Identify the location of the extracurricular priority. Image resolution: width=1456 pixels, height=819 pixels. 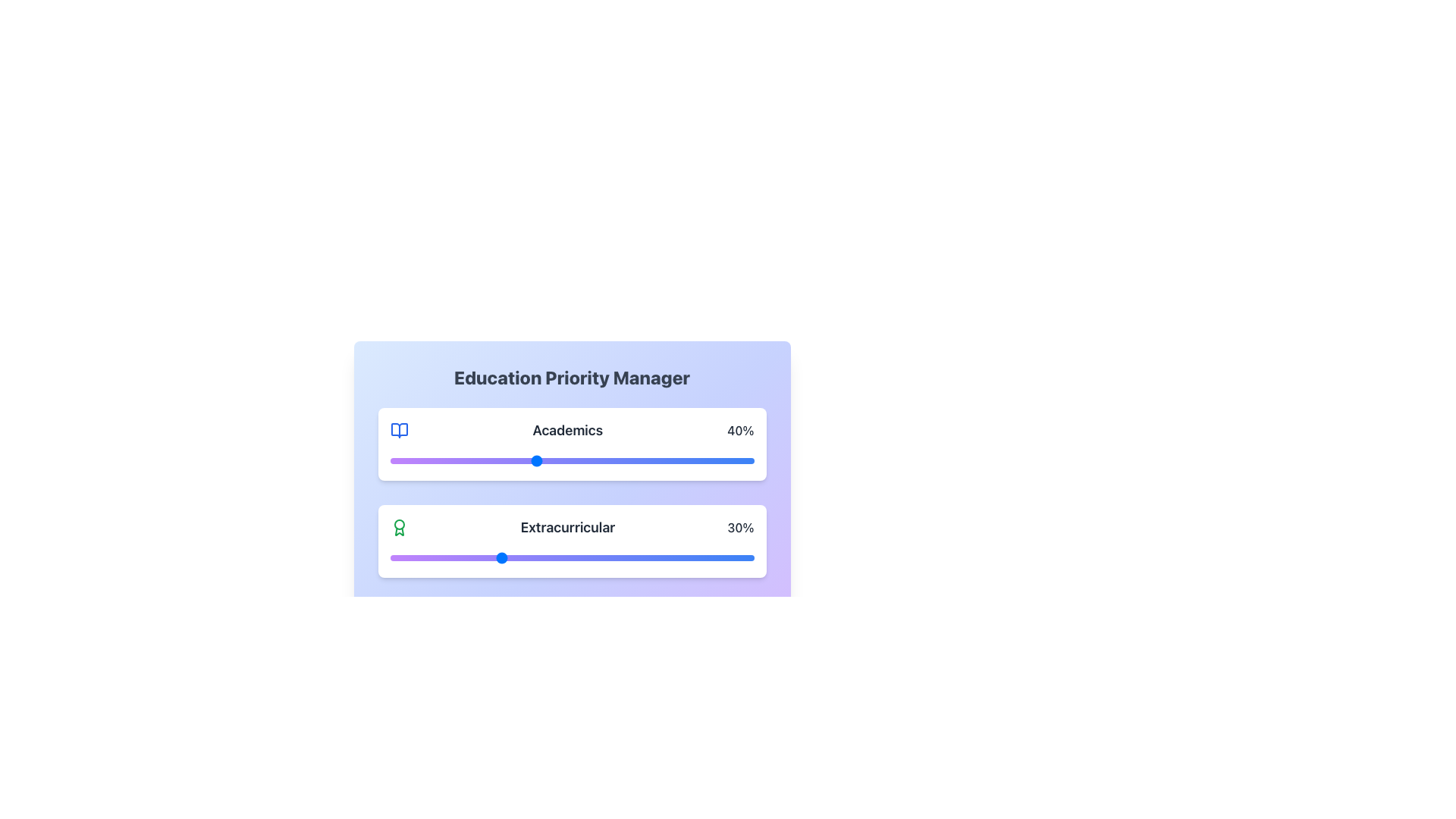
(466, 654).